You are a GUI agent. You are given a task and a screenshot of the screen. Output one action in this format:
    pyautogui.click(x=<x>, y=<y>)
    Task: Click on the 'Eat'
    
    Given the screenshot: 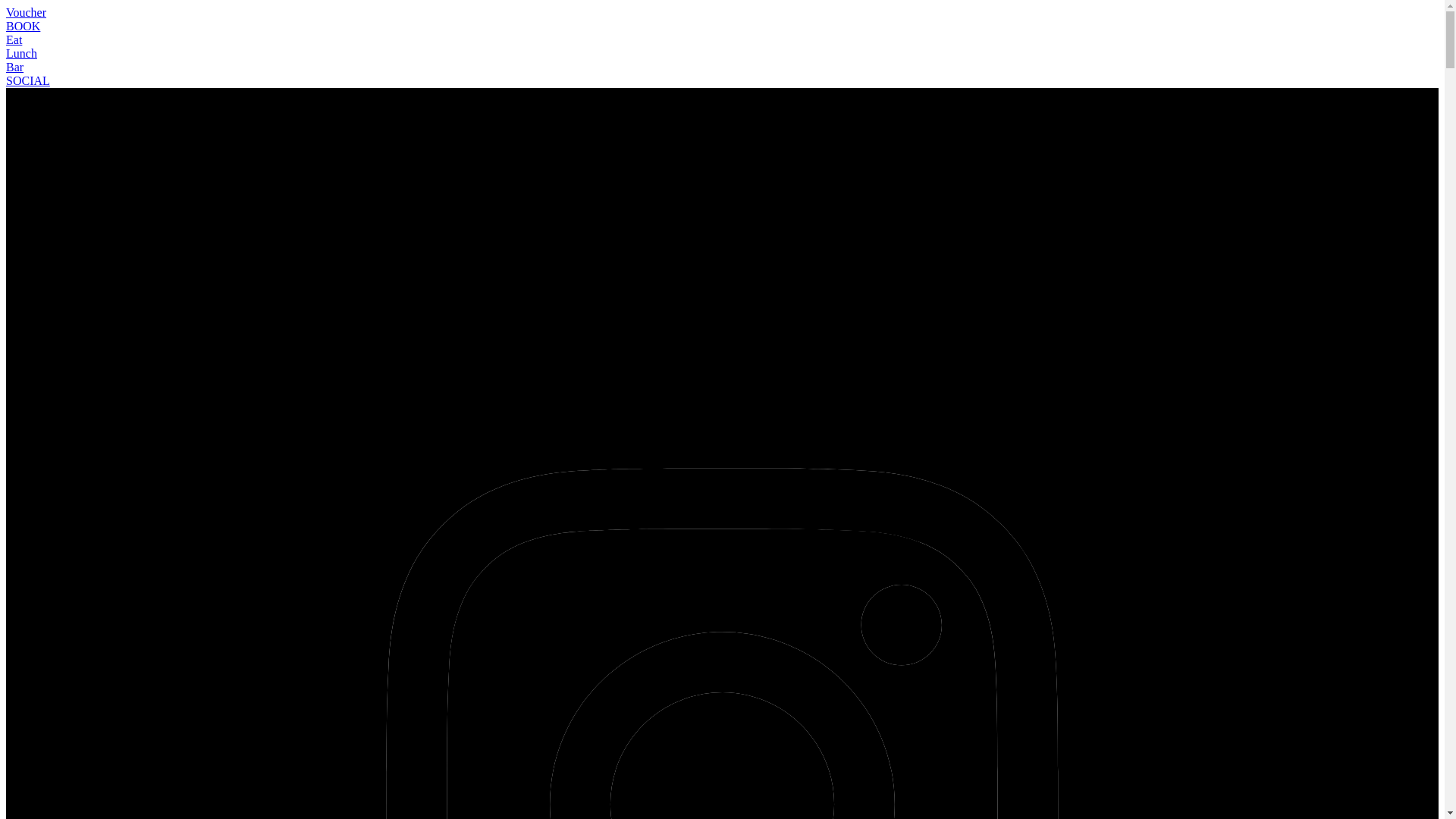 What is the action you would take?
    pyautogui.click(x=14, y=39)
    